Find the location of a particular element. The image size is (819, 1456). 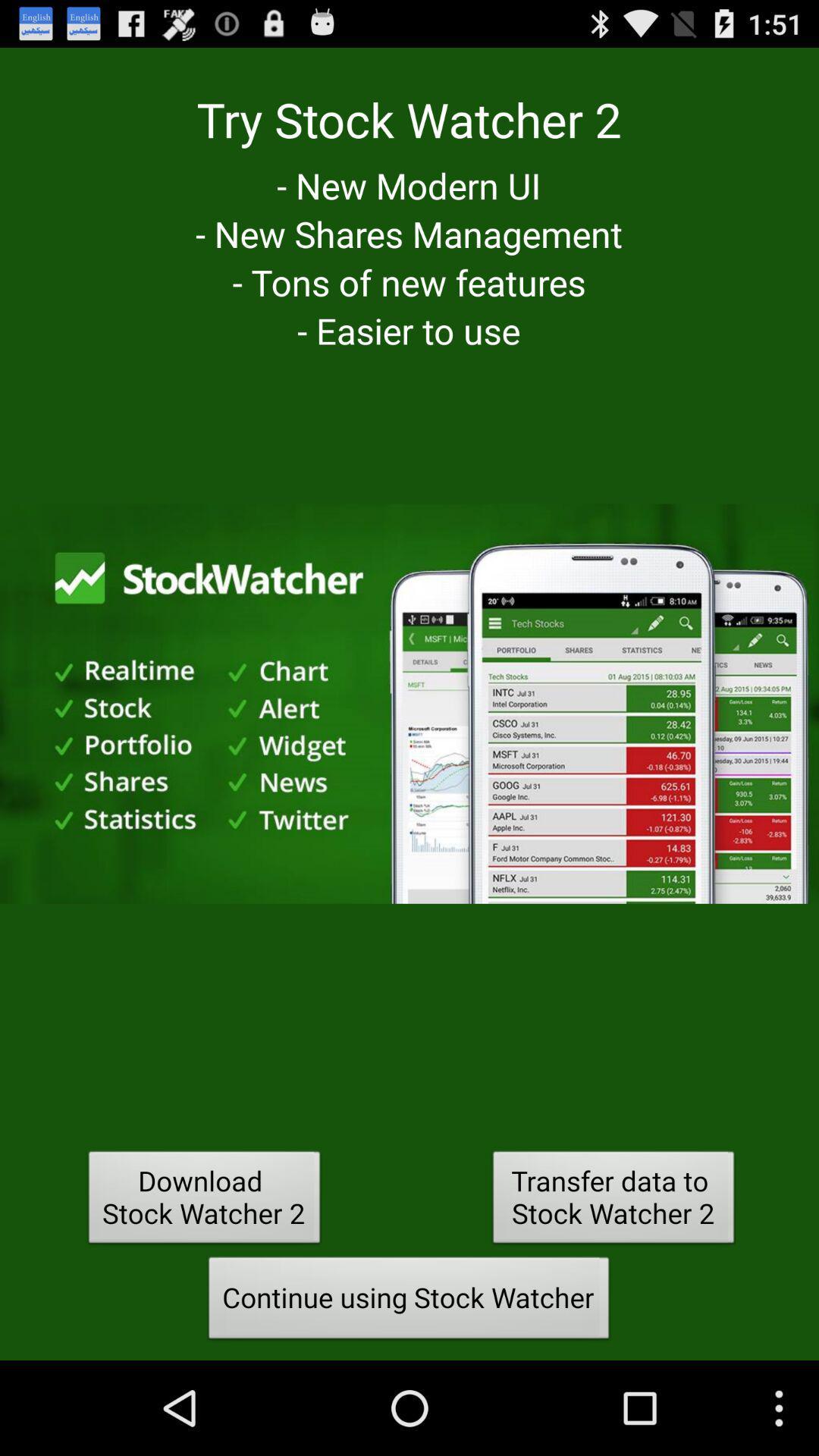

the item to the right of the download stock watcher icon is located at coordinates (613, 1200).